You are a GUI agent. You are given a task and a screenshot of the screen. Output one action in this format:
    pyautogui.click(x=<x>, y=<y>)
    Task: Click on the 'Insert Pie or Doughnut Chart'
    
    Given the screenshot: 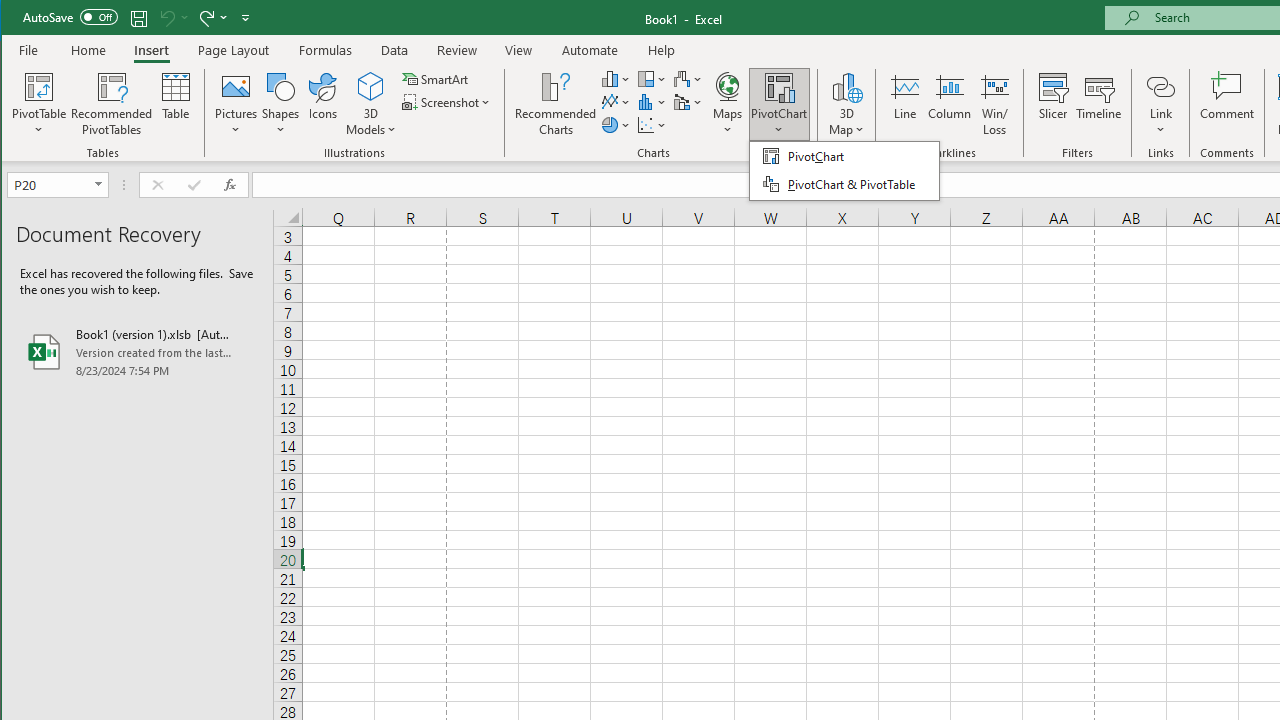 What is the action you would take?
    pyautogui.click(x=615, y=125)
    